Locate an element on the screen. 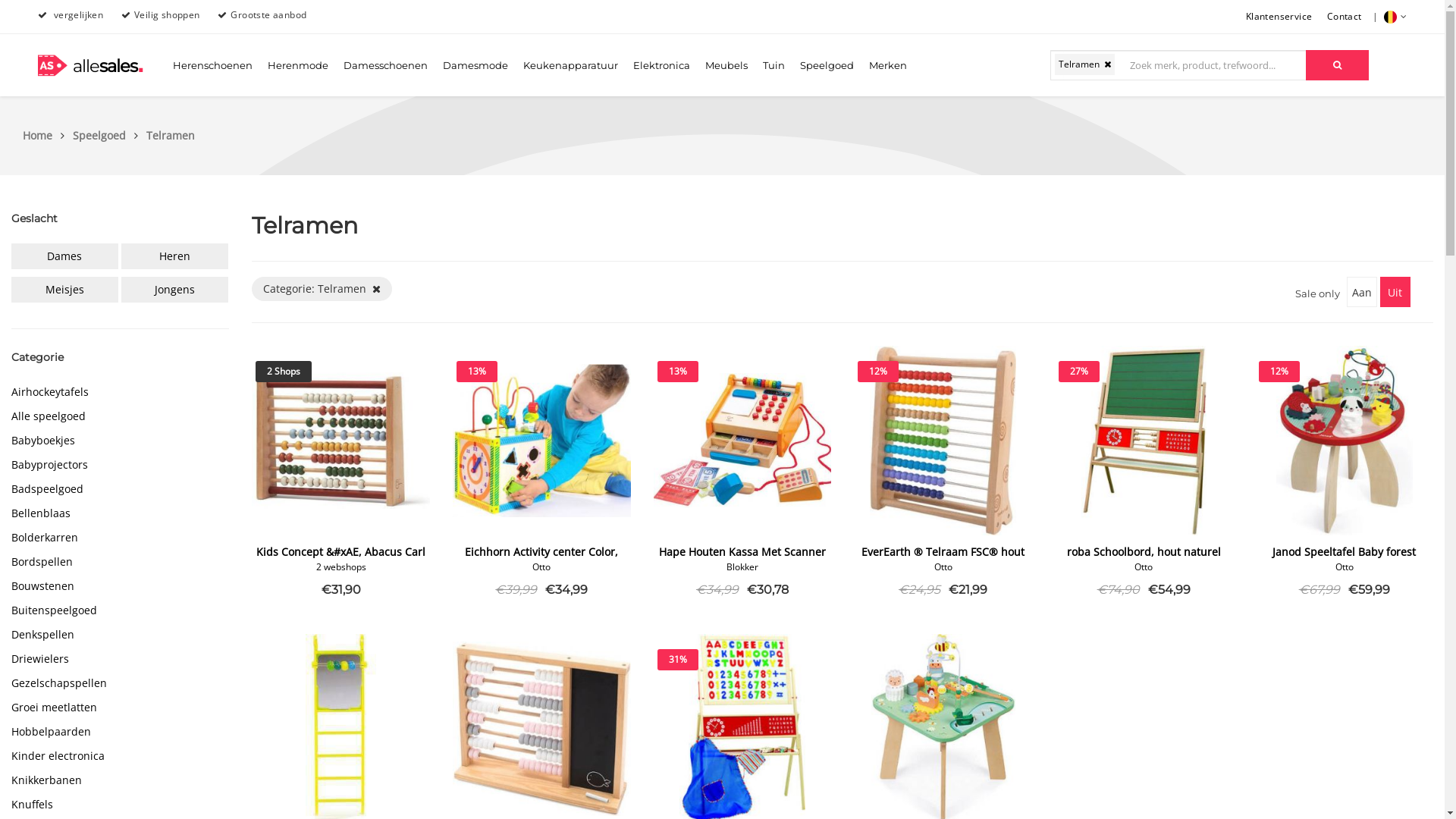 The height and width of the screenshot is (819, 1456). 'Janod Speeltafel Baby forest Activity tafel' is located at coordinates (1344, 560).